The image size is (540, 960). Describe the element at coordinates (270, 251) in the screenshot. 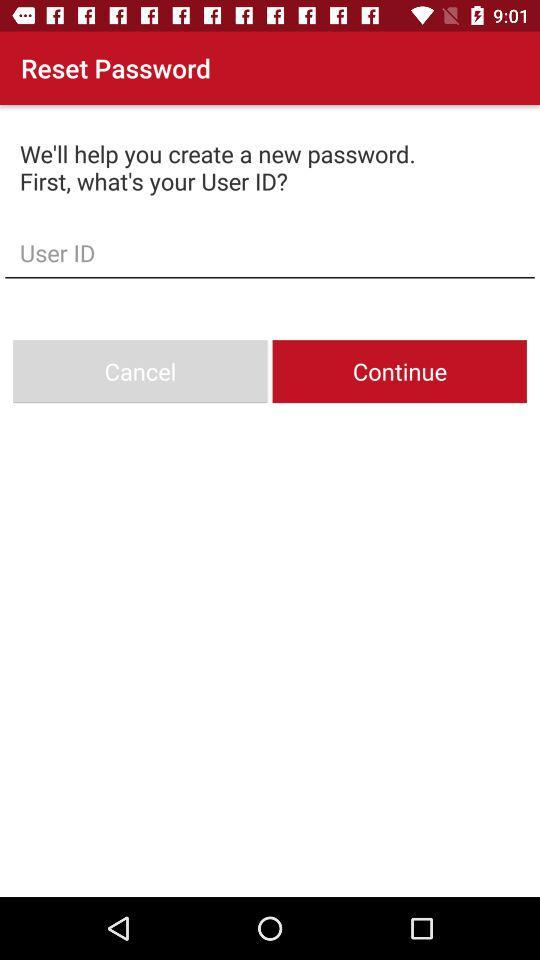

I see `user id` at that location.